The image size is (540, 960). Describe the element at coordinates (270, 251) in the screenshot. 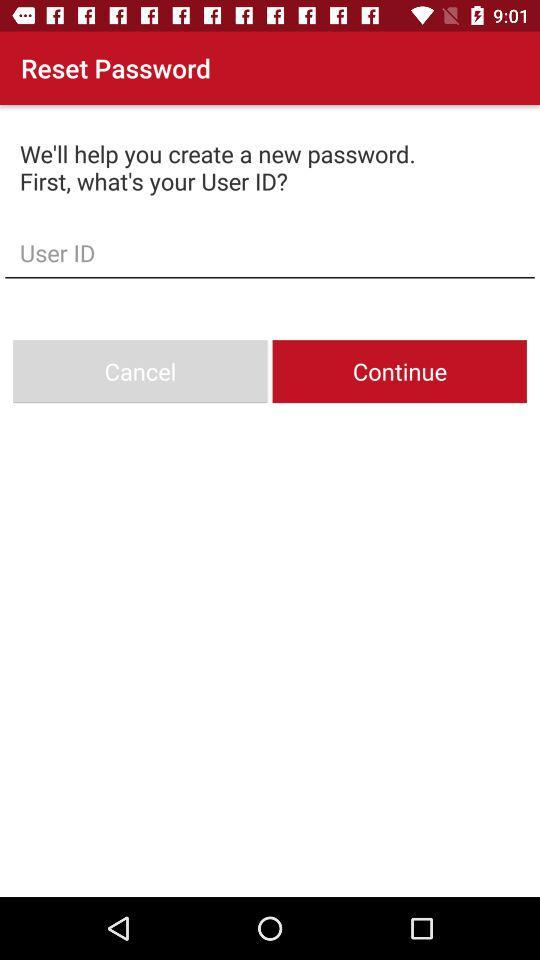

I see `user id` at that location.